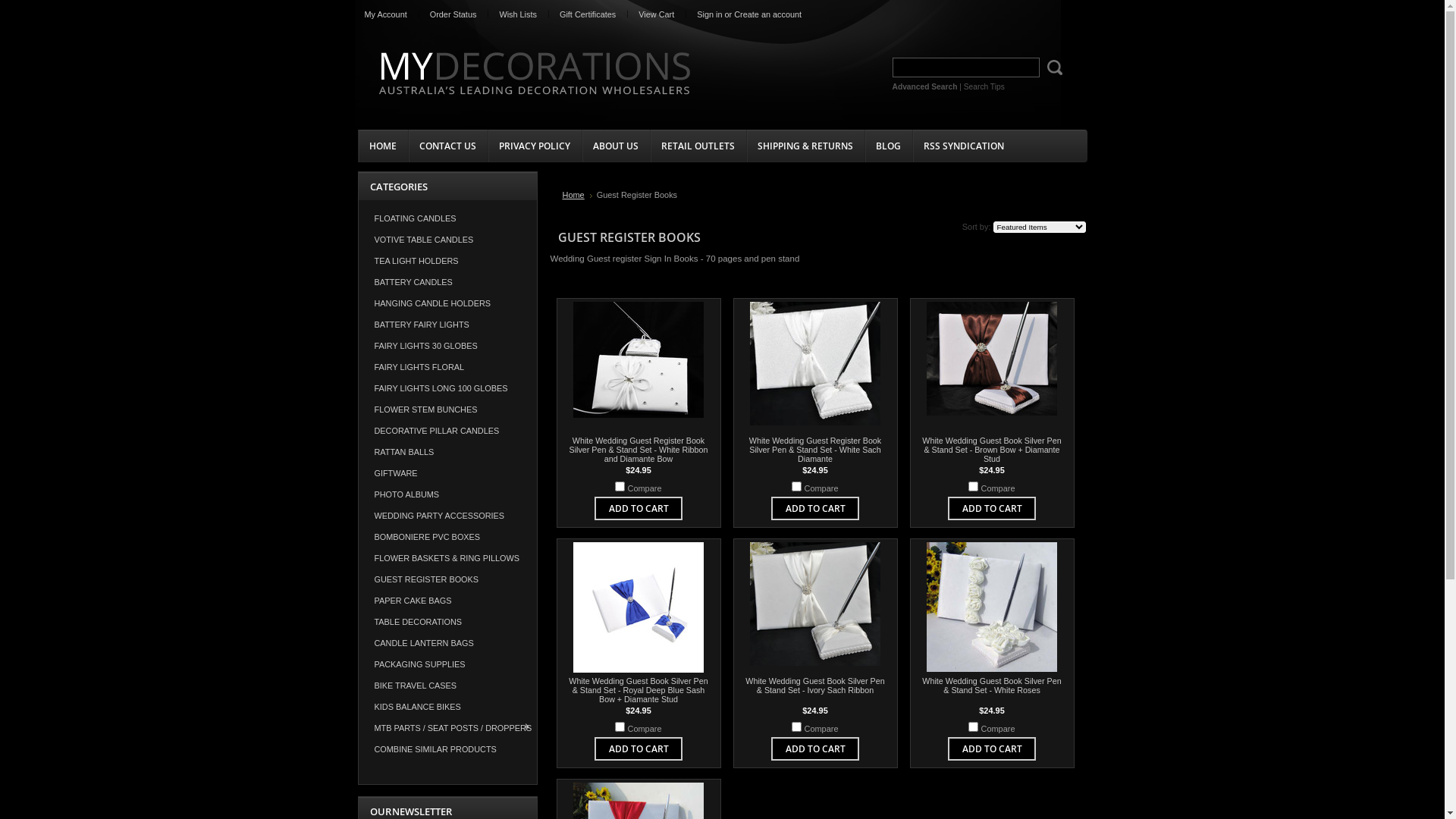  What do you see at coordinates (586, 14) in the screenshot?
I see `'Gift Certificates'` at bounding box center [586, 14].